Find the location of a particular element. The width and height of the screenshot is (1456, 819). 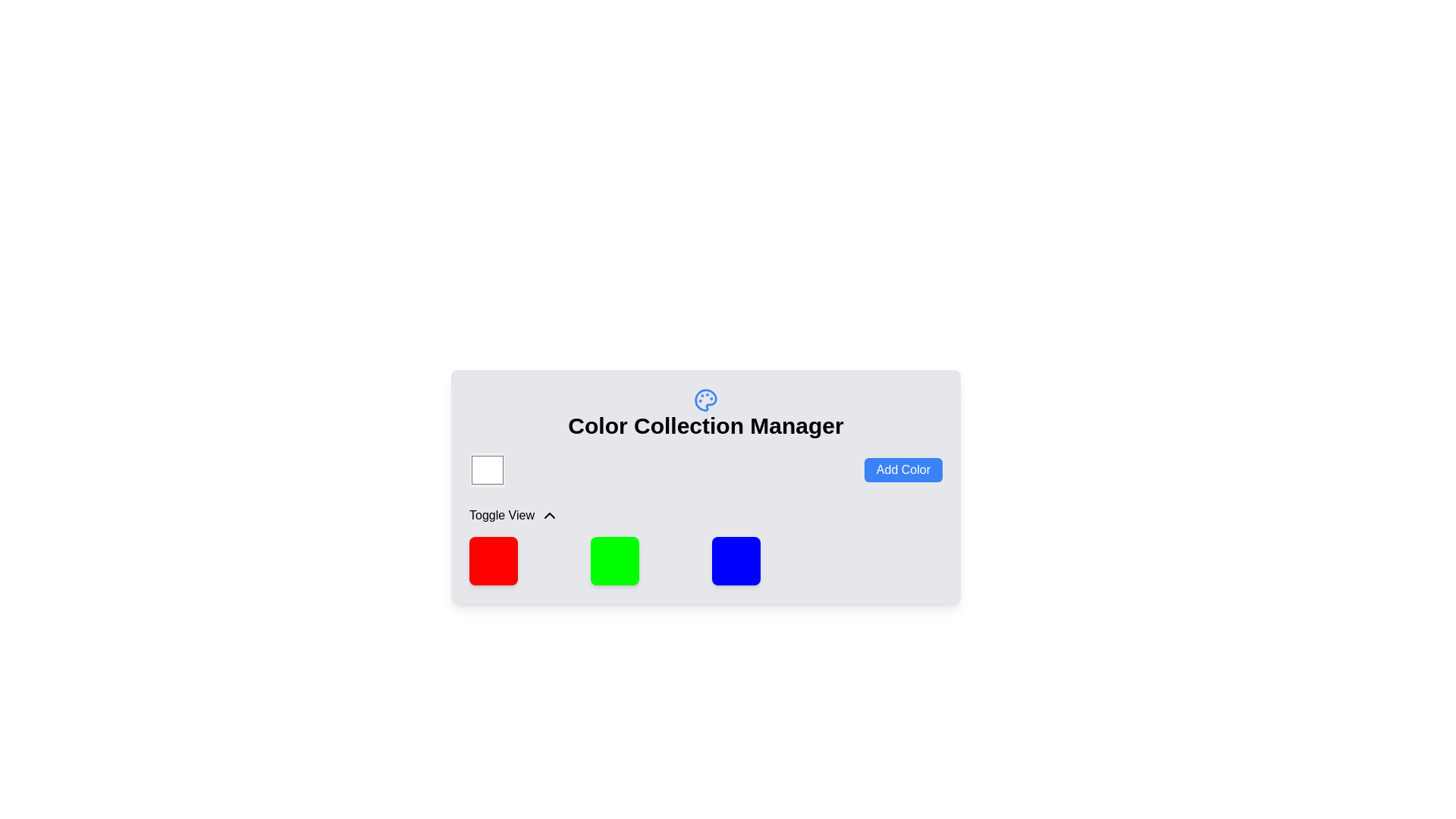

the upward-pointing arrow icon located immediately to the right of the 'Toggle View' text is located at coordinates (548, 514).